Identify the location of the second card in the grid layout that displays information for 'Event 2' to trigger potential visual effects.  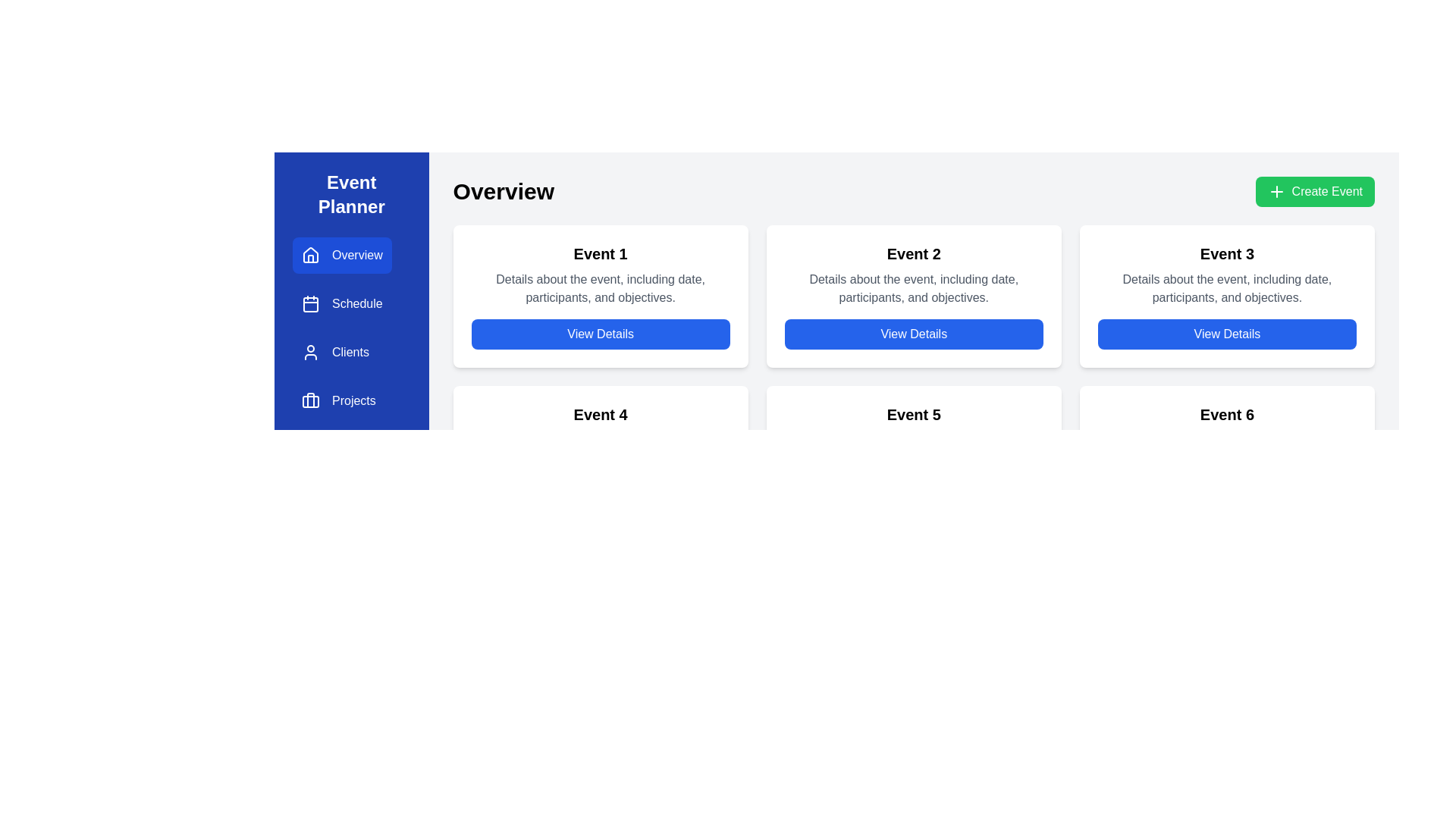
(913, 296).